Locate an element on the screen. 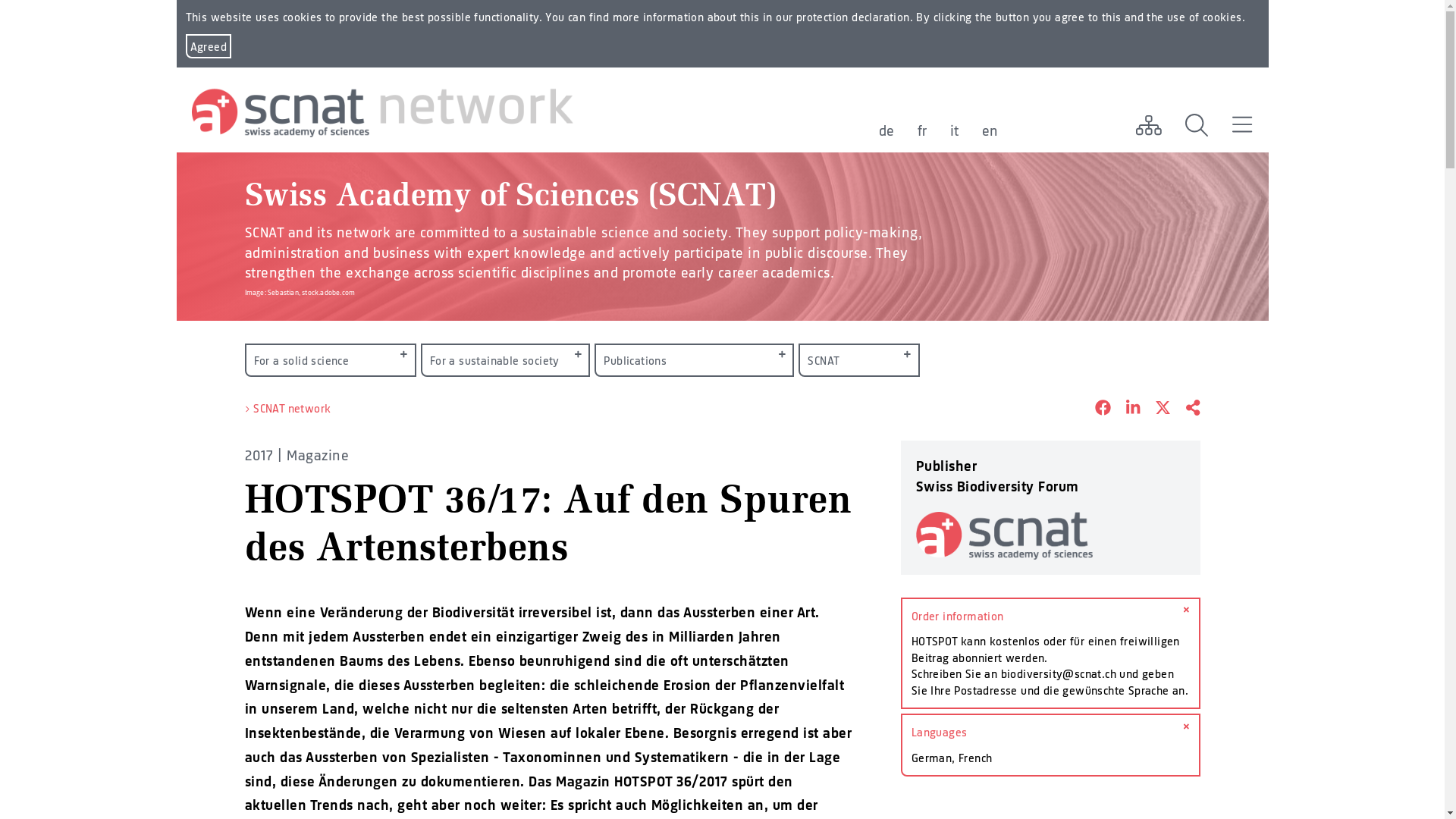 Image resolution: width=1456 pixels, height=819 pixels. 'Network' is located at coordinates (1147, 124).